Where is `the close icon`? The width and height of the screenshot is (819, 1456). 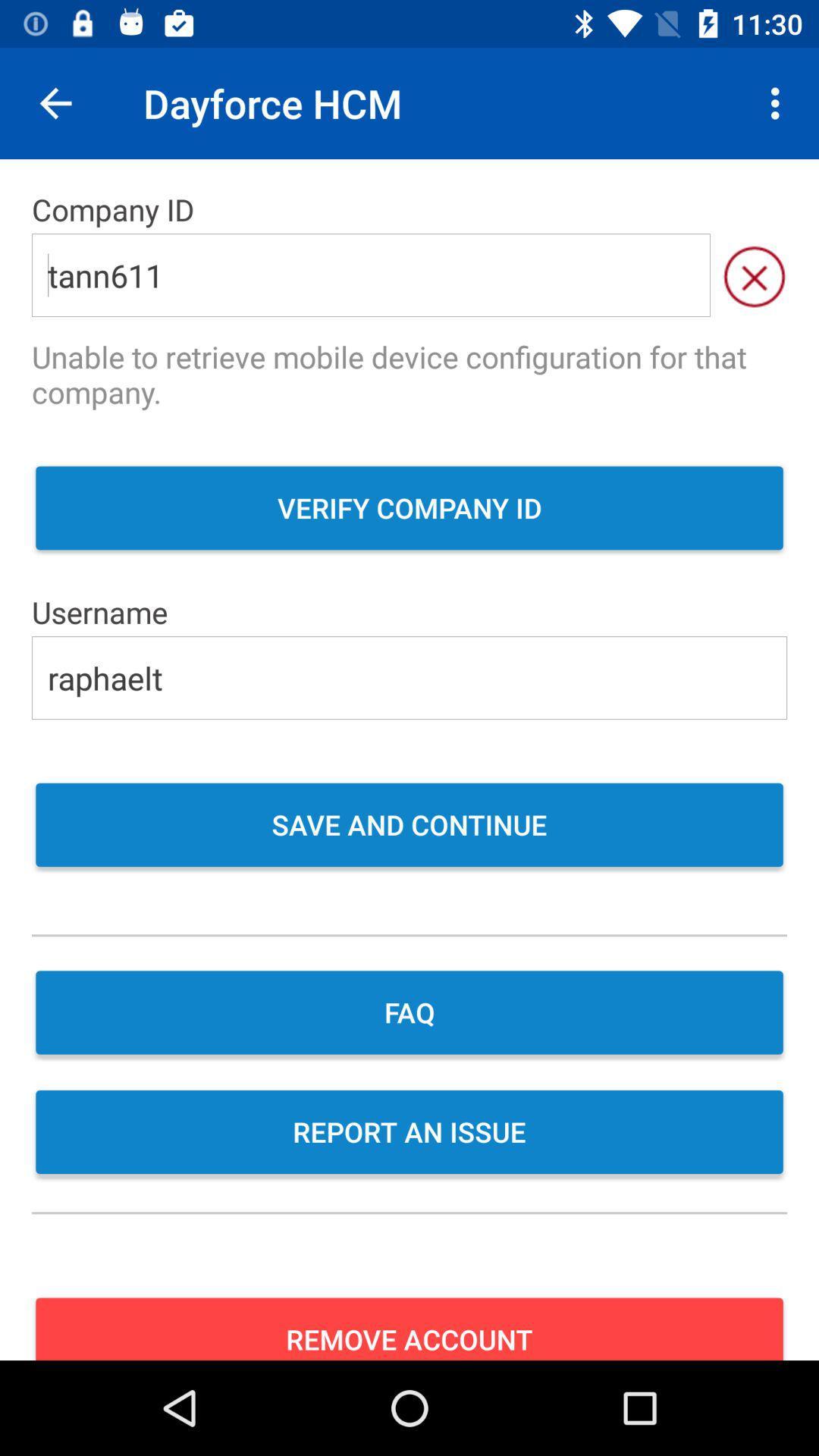
the close icon is located at coordinates (754, 275).